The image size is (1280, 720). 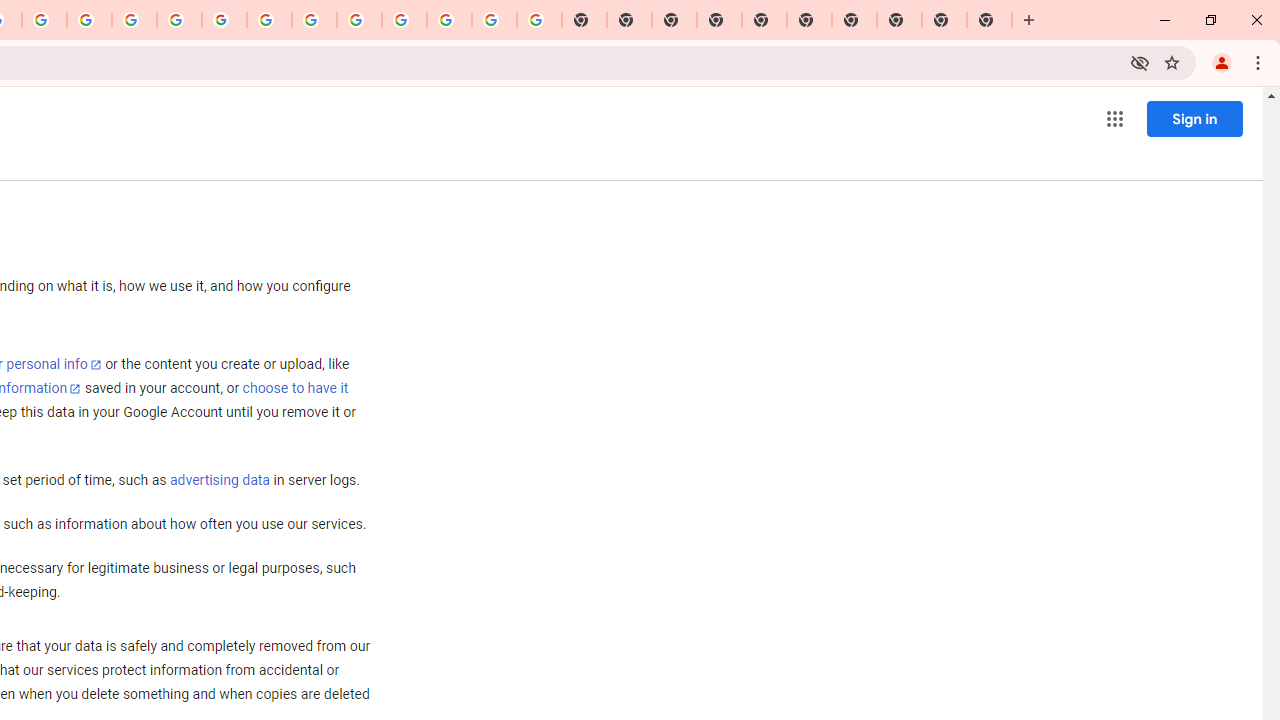 I want to click on 'Privacy Help Center - Policies Help', so click(x=133, y=20).